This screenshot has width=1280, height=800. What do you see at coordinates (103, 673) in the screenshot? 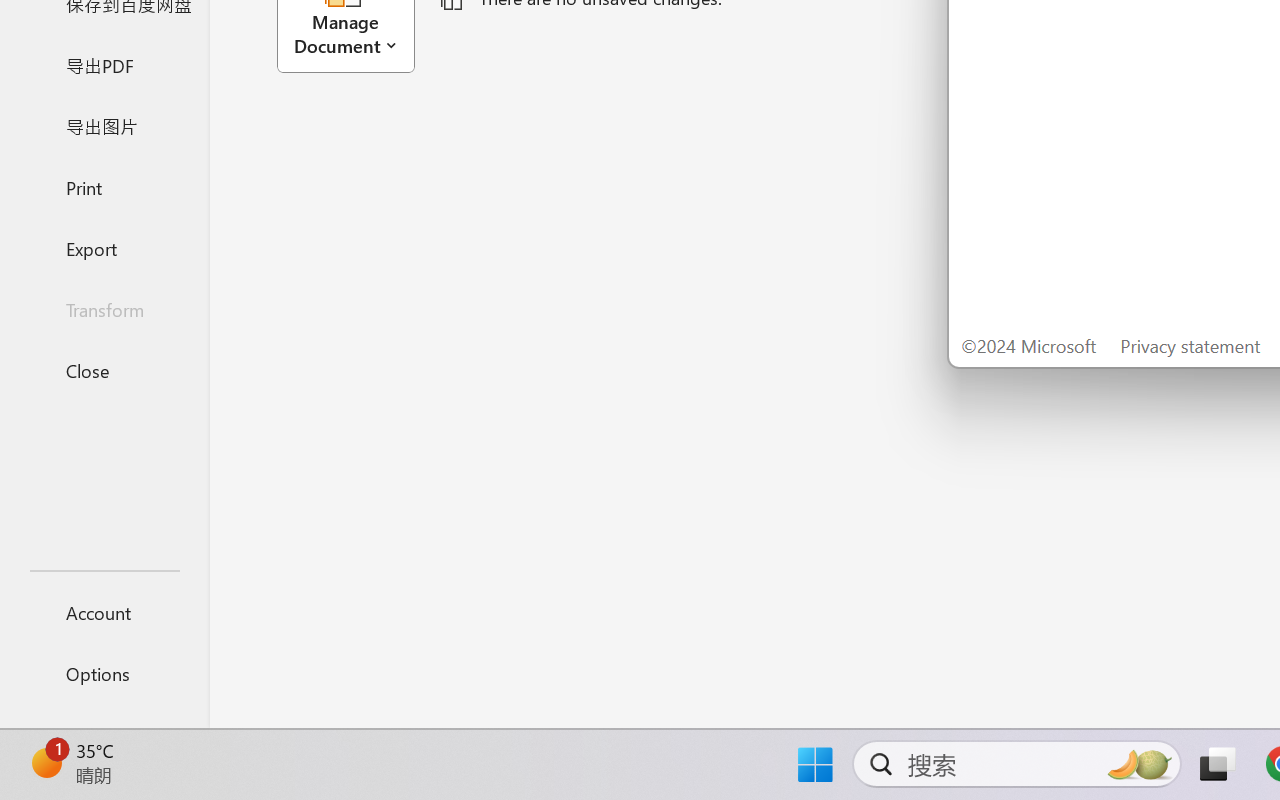
I see `'Options'` at bounding box center [103, 673].